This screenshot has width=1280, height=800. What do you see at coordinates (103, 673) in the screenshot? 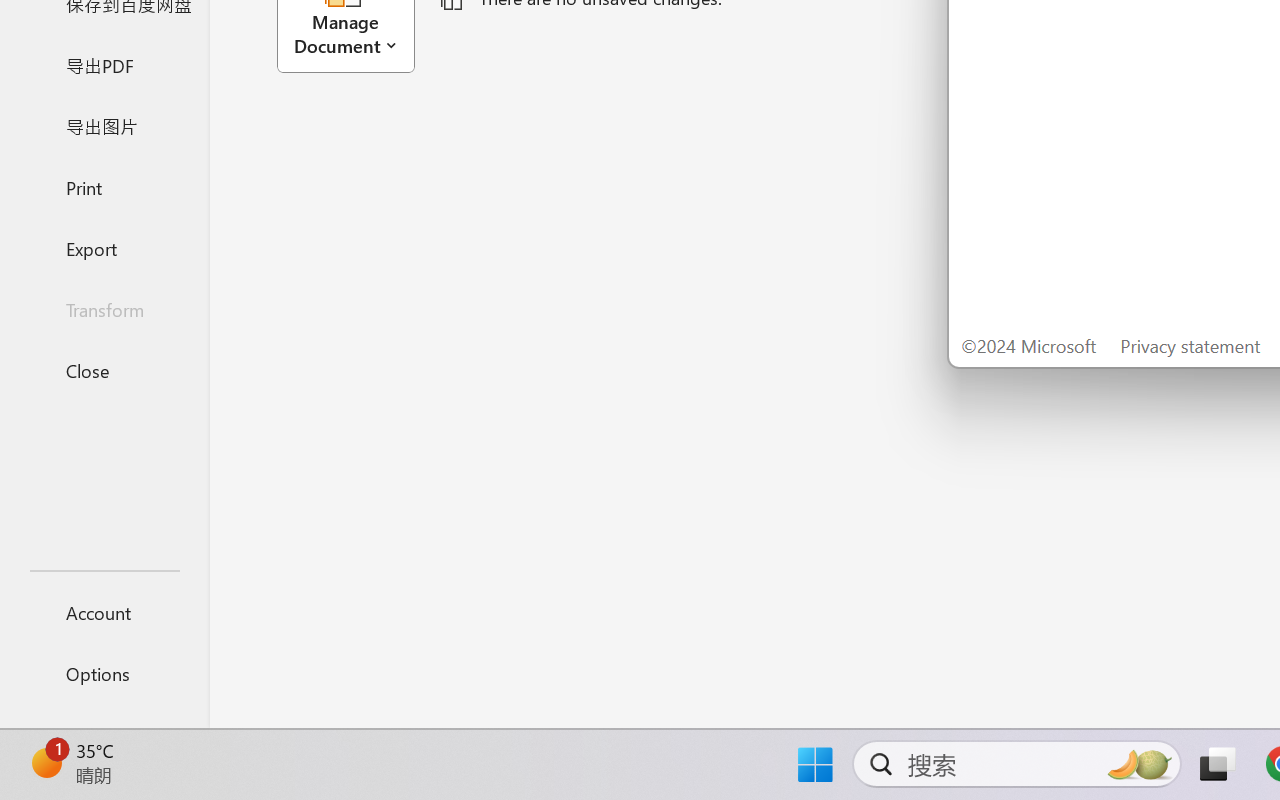
I see `'Options'` at bounding box center [103, 673].